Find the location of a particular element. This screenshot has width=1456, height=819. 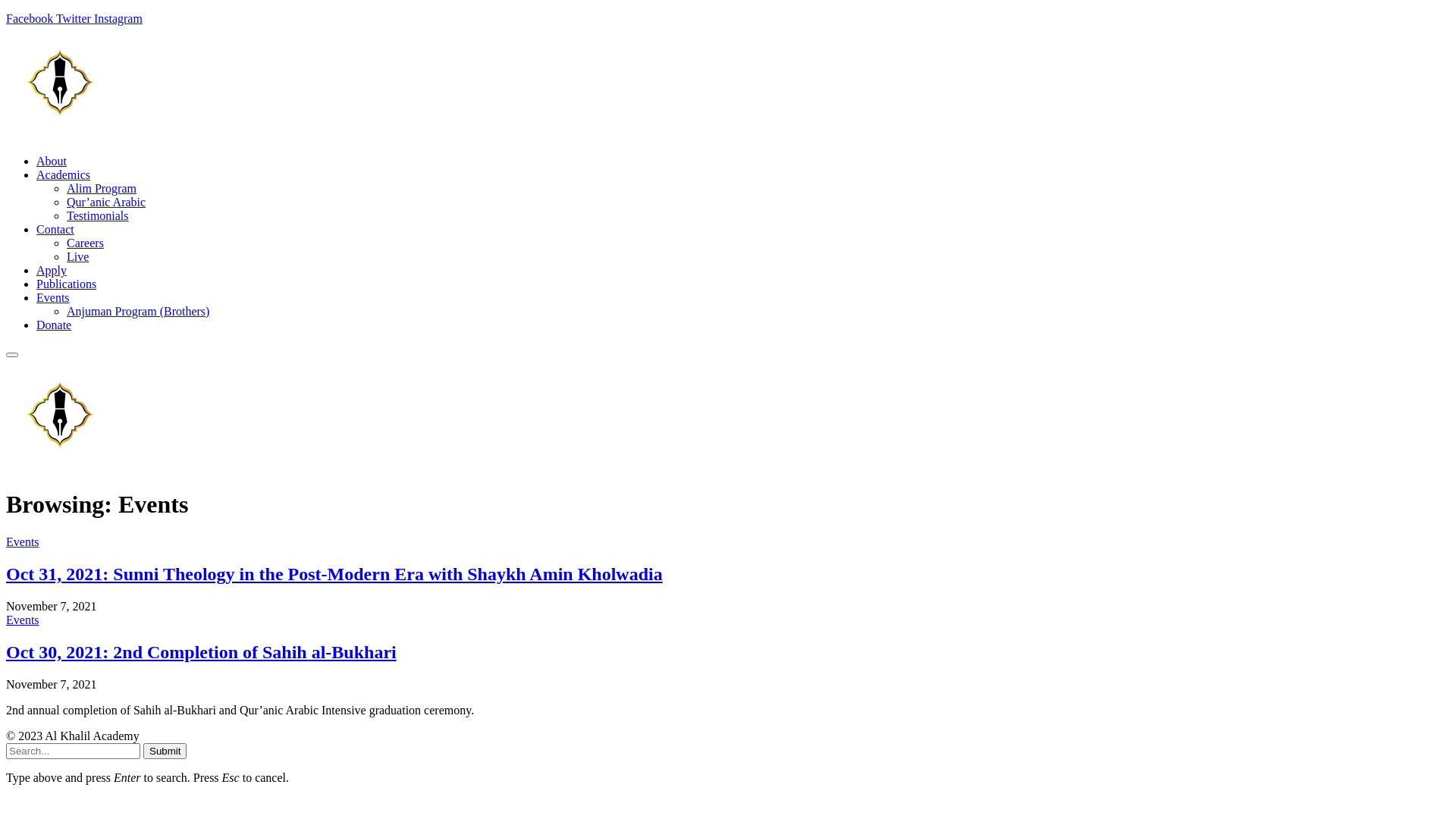

'Apply' is located at coordinates (51, 269).